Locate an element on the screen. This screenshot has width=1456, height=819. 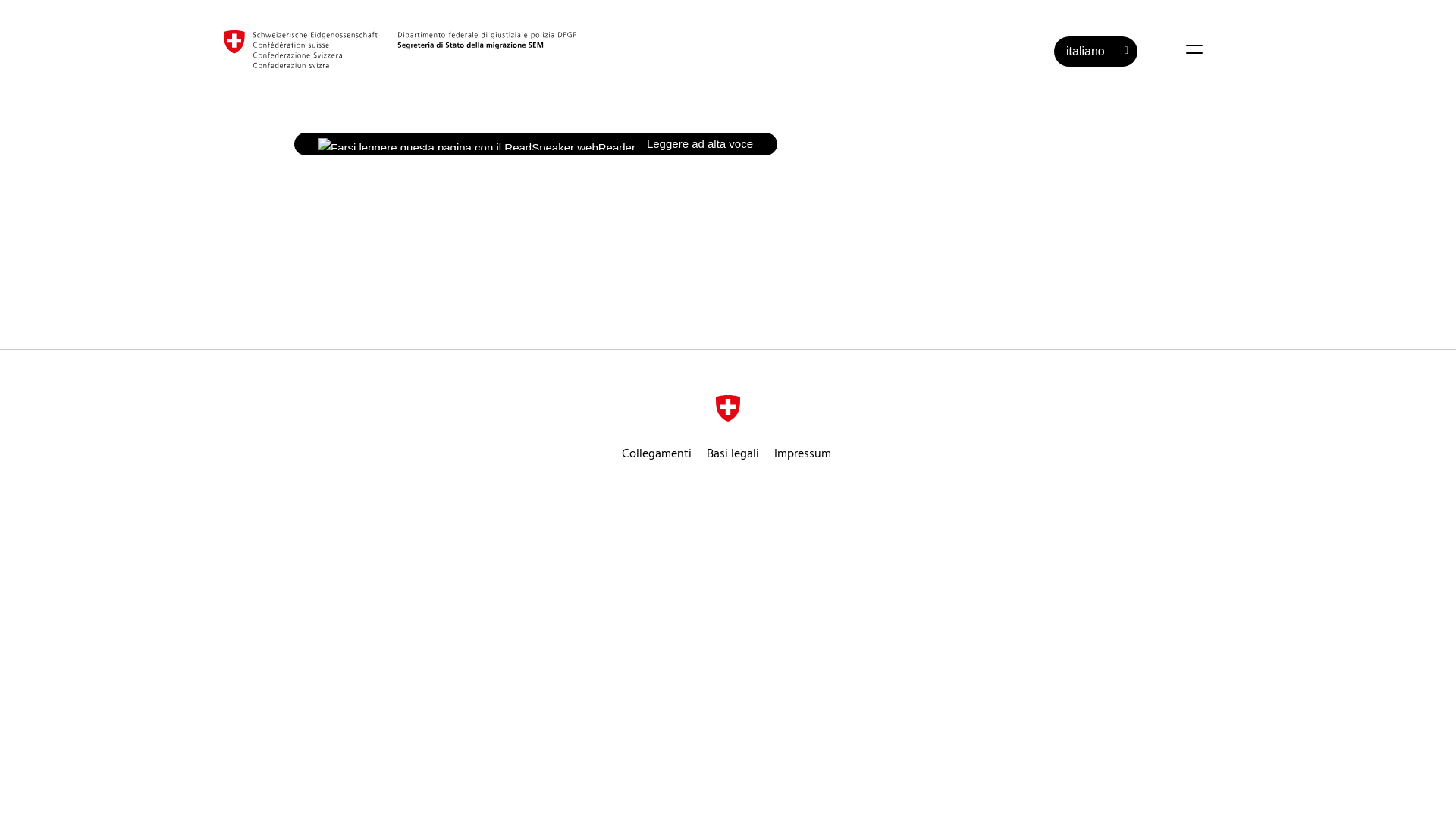
'Leggere ad alta voce' is located at coordinates (535, 143).